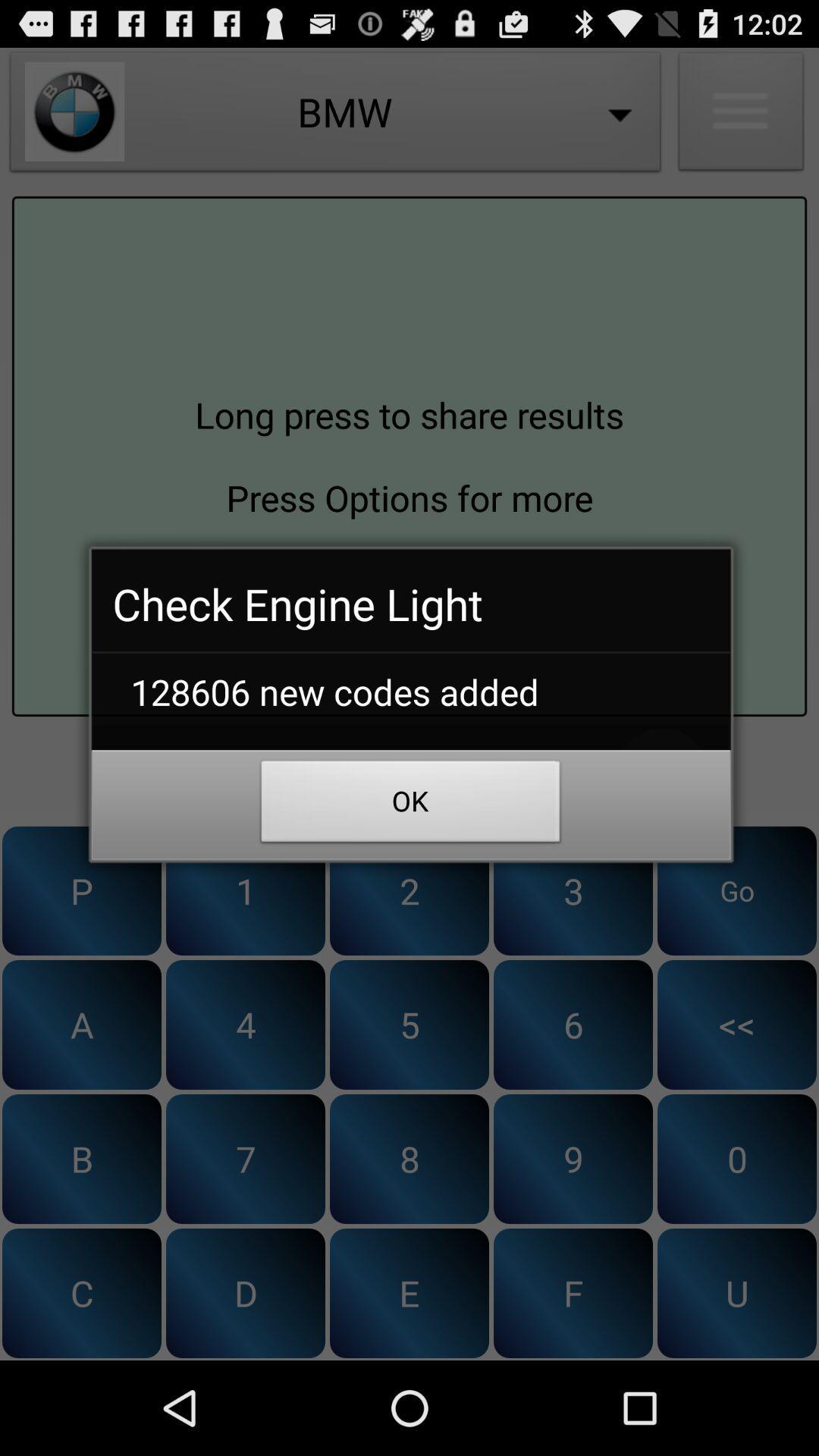 This screenshot has width=819, height=1456. What do you see at coordinates (740, 115) in the screenshot?
I see `open menu` at bounding box center [740, 115].